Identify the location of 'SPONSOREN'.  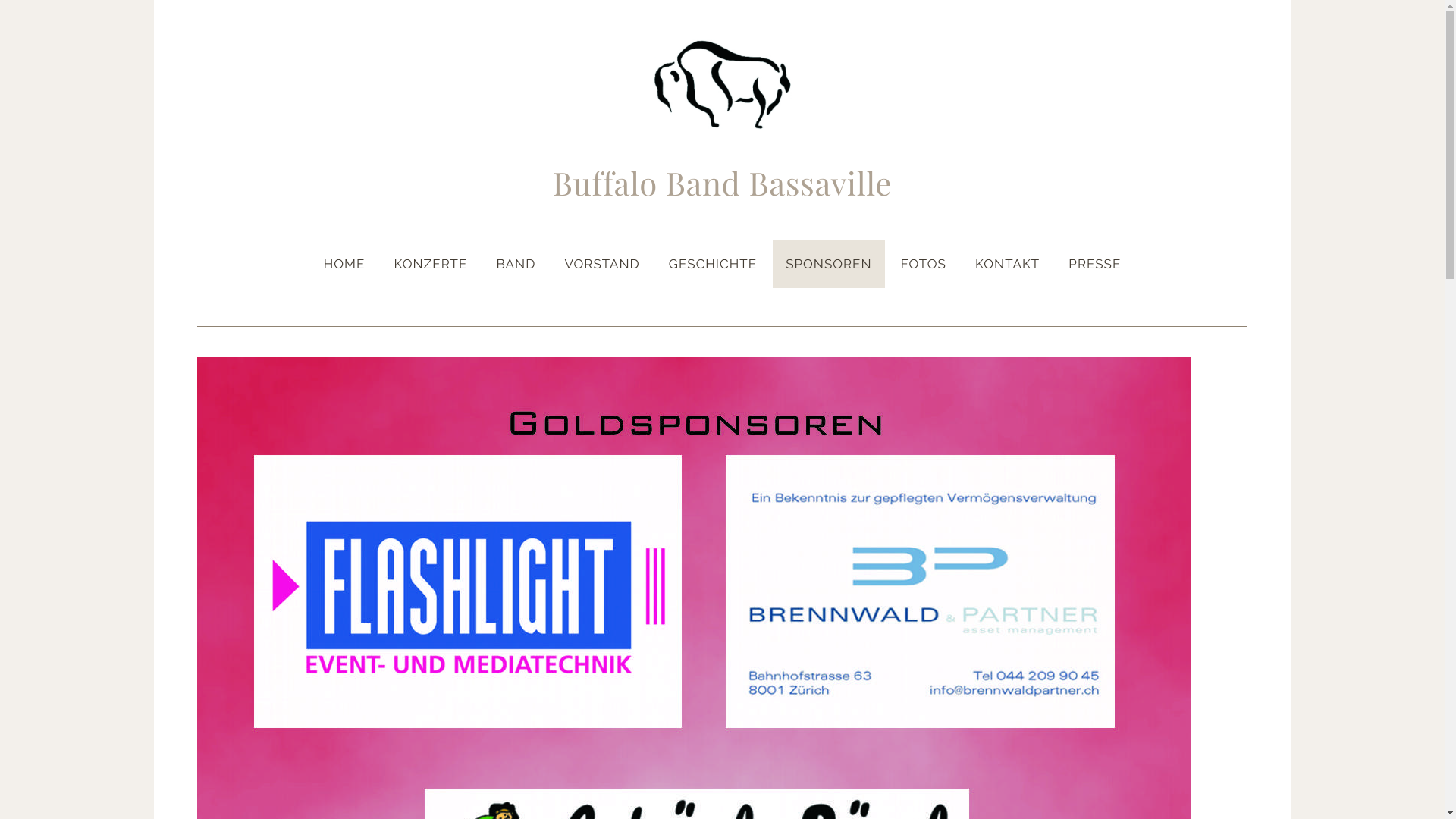
(827, 262).